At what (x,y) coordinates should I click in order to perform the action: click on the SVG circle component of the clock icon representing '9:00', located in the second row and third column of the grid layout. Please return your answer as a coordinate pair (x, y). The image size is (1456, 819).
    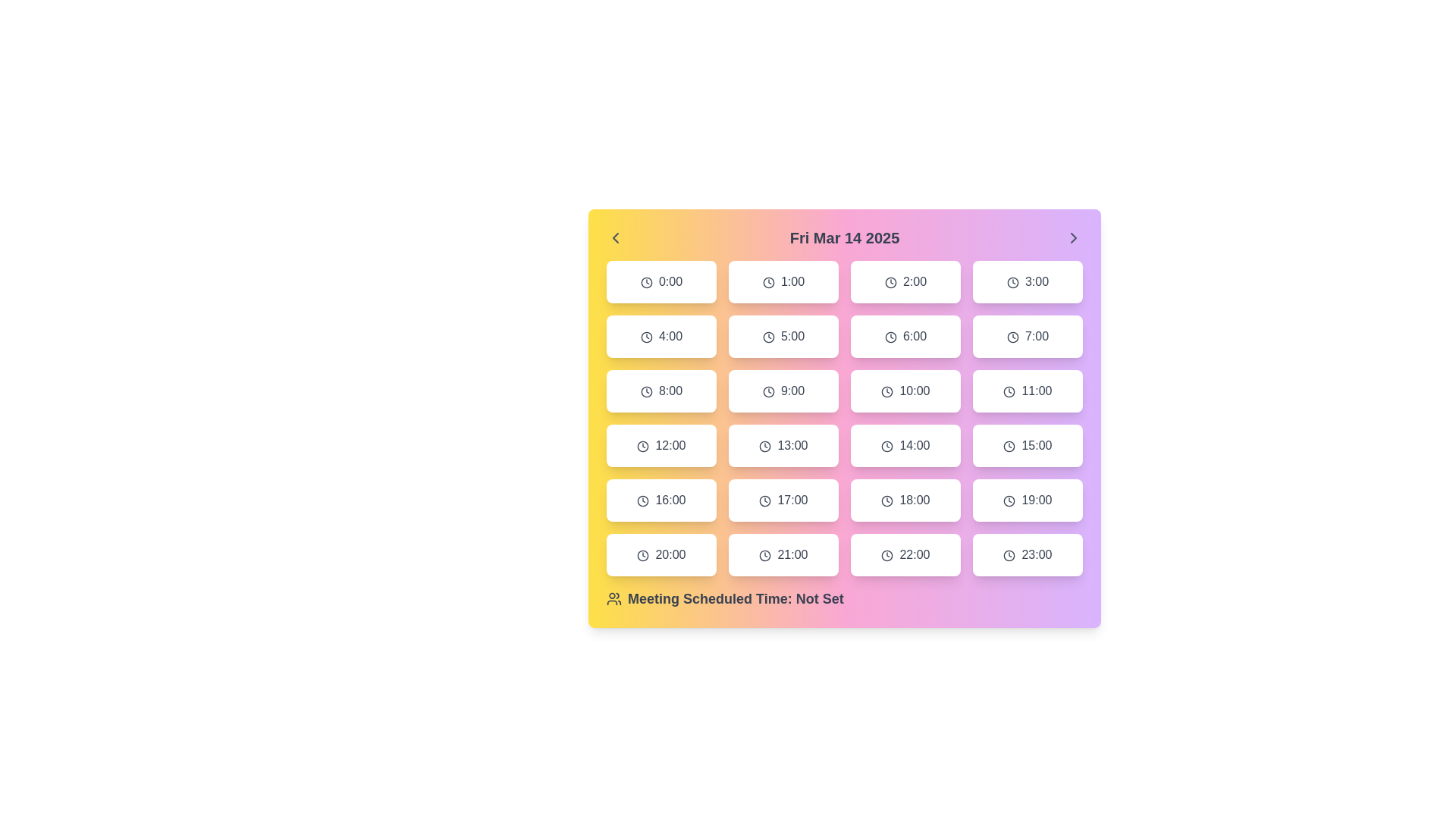
    Looking at the image, I should click on (768, 391).